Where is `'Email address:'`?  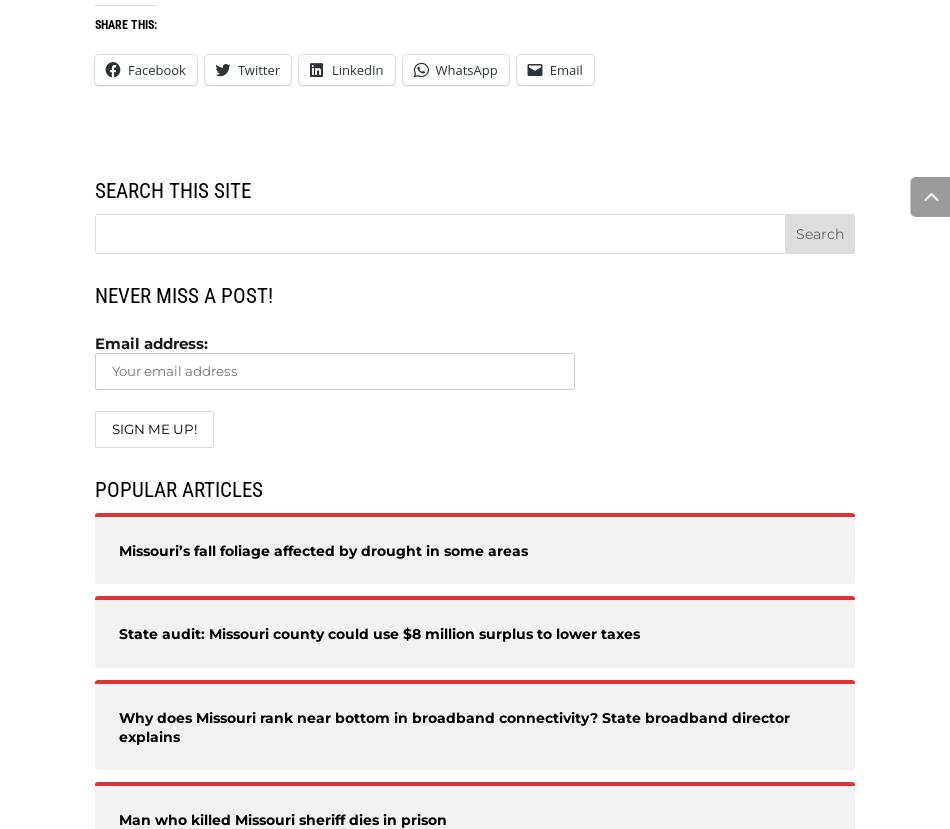
'Email address:' is located at coordinates (151, 341).